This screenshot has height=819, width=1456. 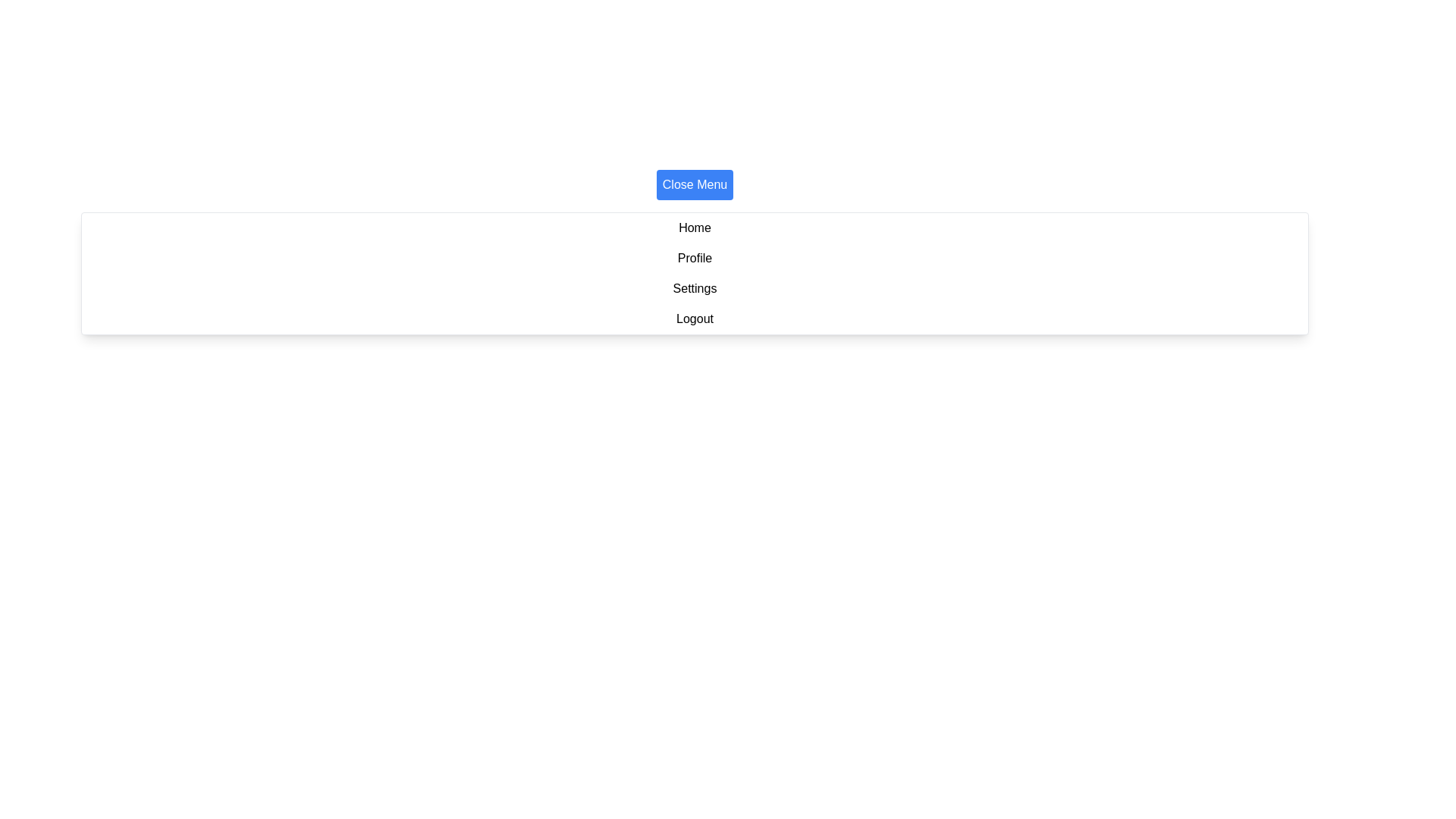 What do you see at coordinates (694, 289) in the screenshot?
I see `the third item in the vertical list of navigational items, which serves` at bounding box center [694, 289].